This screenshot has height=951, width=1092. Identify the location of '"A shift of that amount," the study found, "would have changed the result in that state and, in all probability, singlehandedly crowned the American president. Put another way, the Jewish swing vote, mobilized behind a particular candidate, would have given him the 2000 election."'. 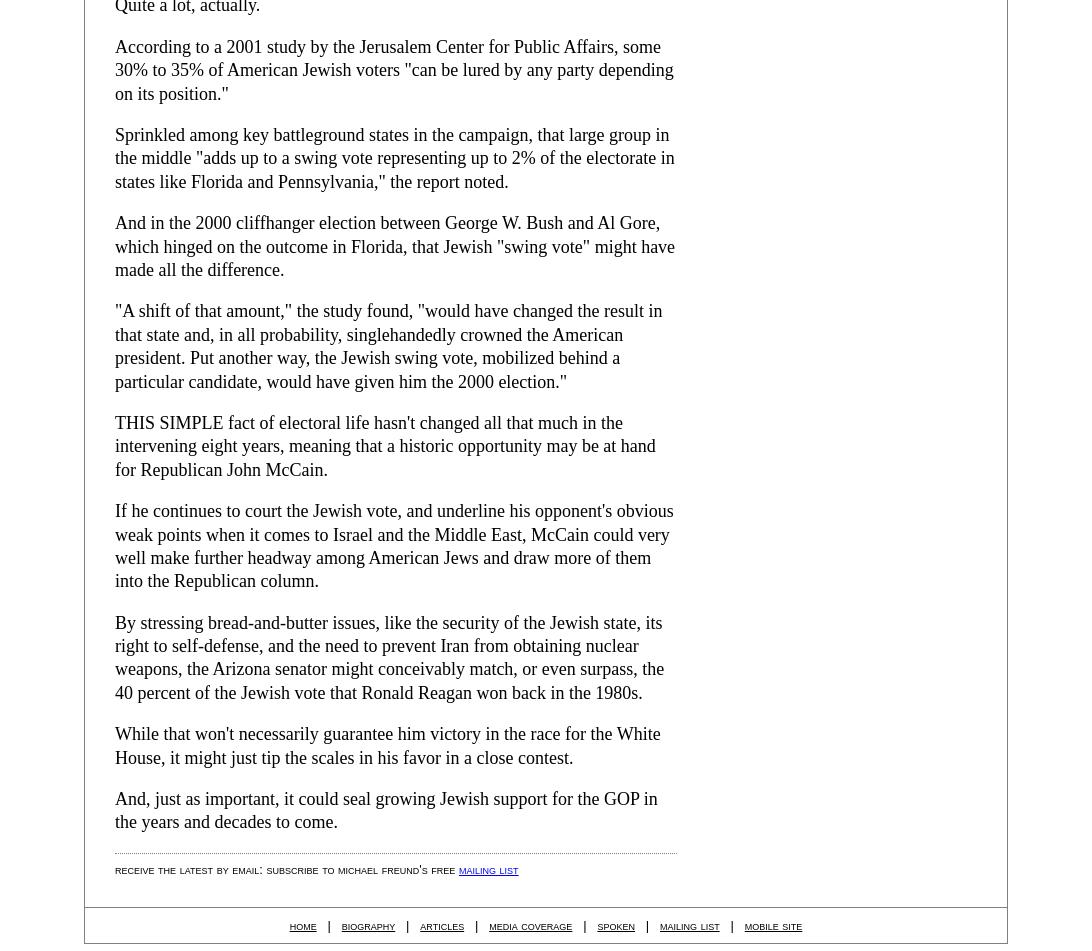
(388, 345).